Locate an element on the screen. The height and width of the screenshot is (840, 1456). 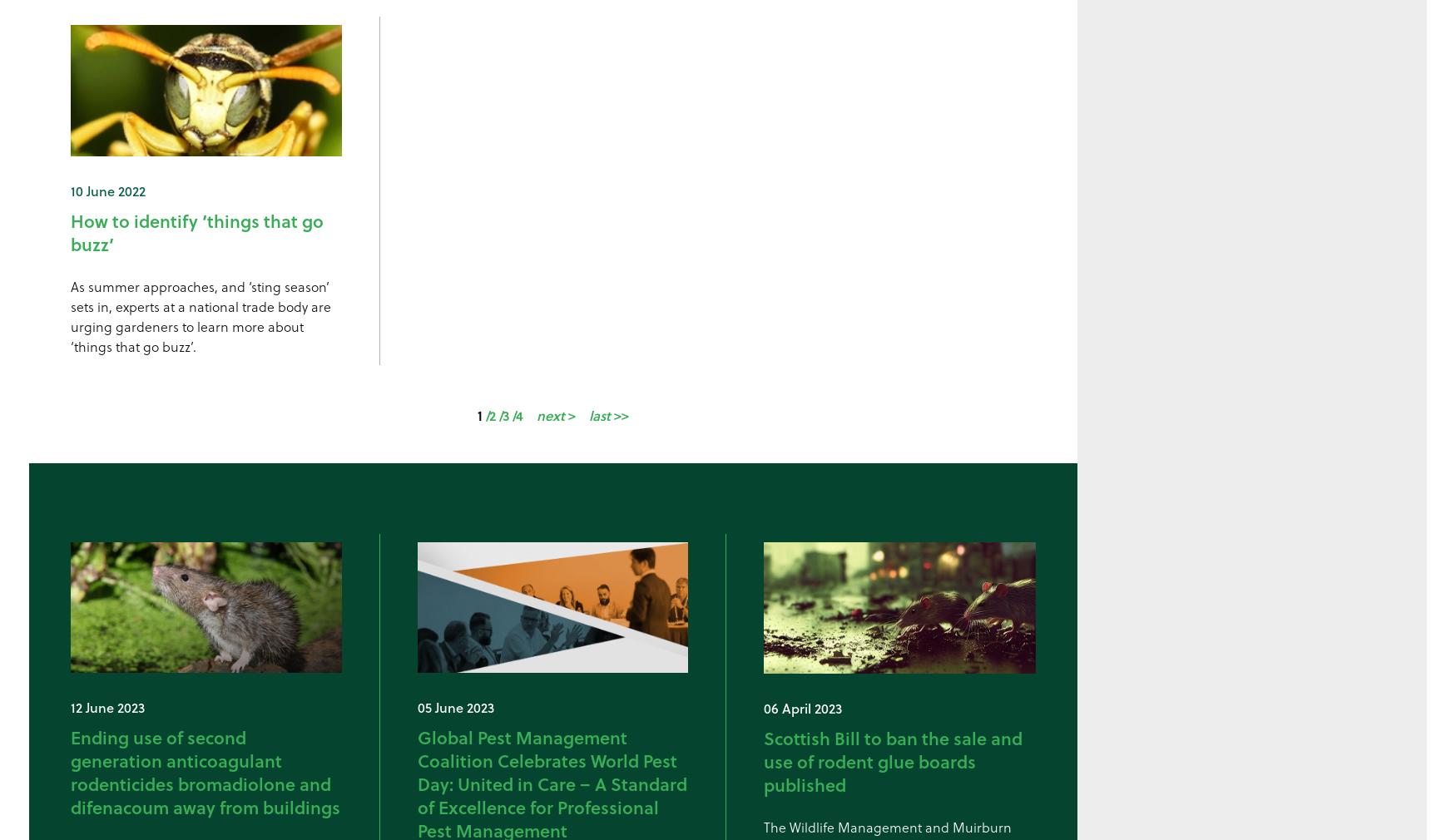
'last' is located at coordinates (589, 414).